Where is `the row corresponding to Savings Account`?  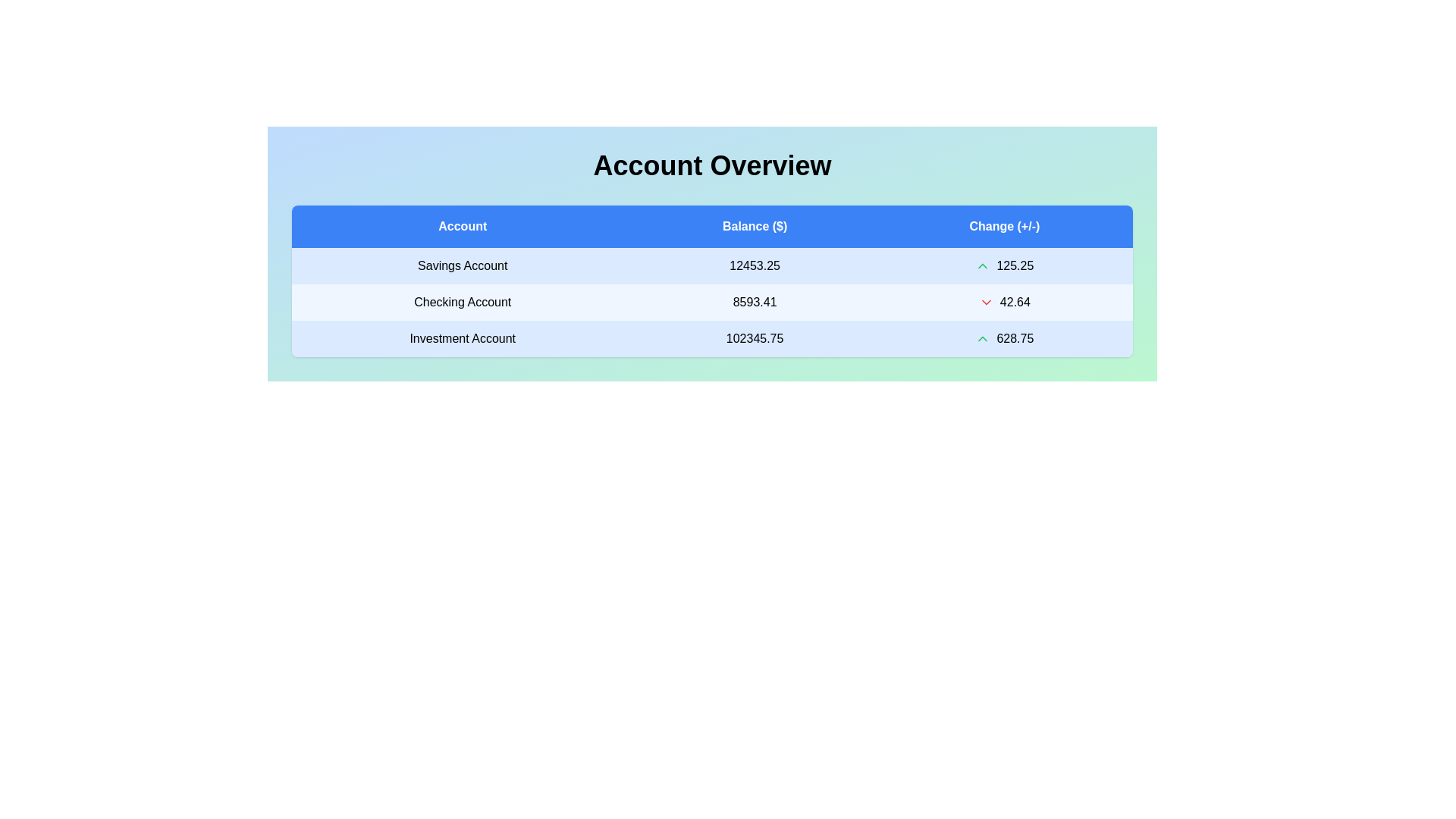
the row corresponding to Savings Account is located at coordinates (711, 265).